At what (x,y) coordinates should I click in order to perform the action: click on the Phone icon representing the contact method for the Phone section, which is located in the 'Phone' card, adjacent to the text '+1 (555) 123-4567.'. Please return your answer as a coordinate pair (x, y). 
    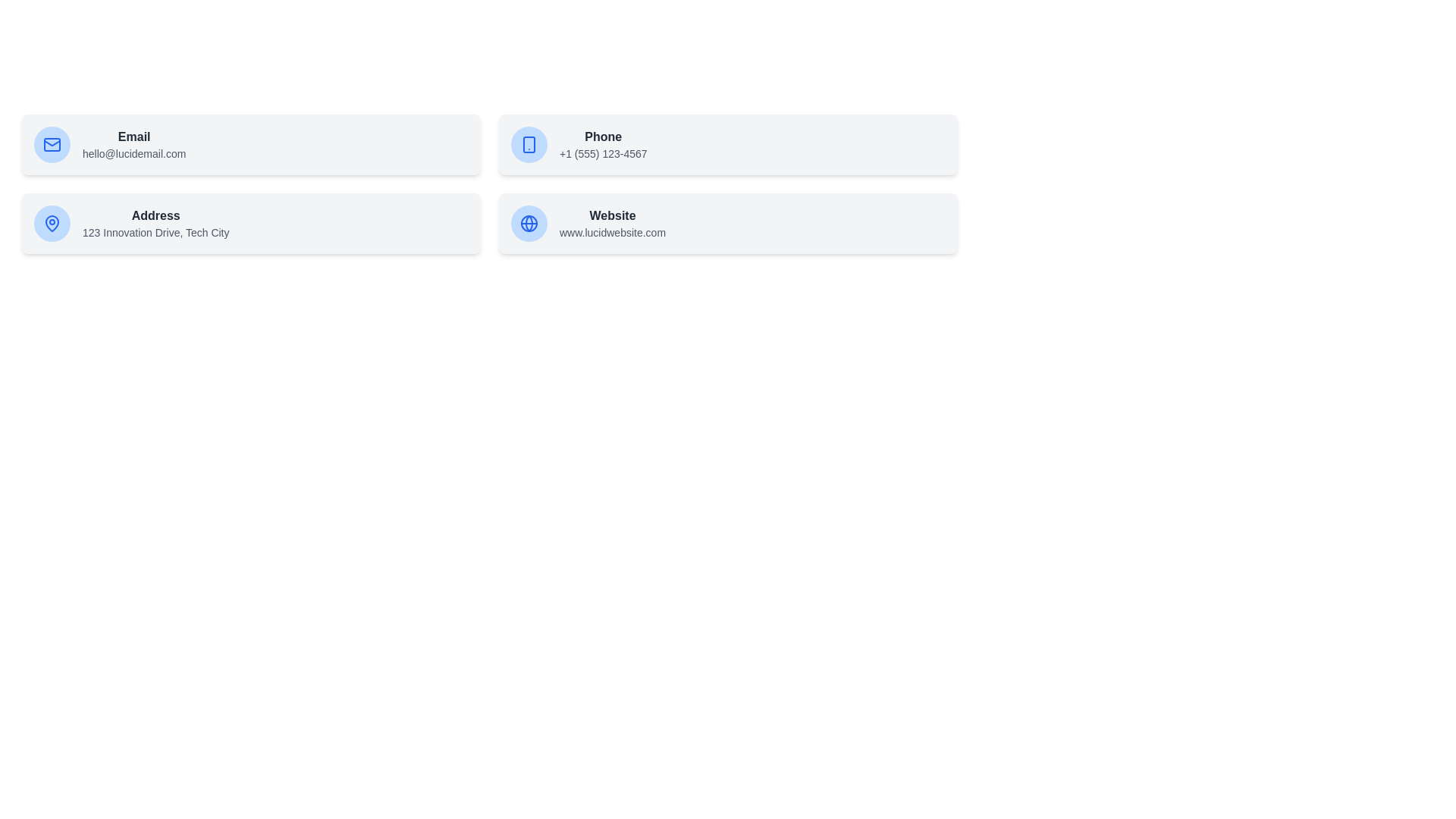
    Looking at the image, I should click on (529, 145).